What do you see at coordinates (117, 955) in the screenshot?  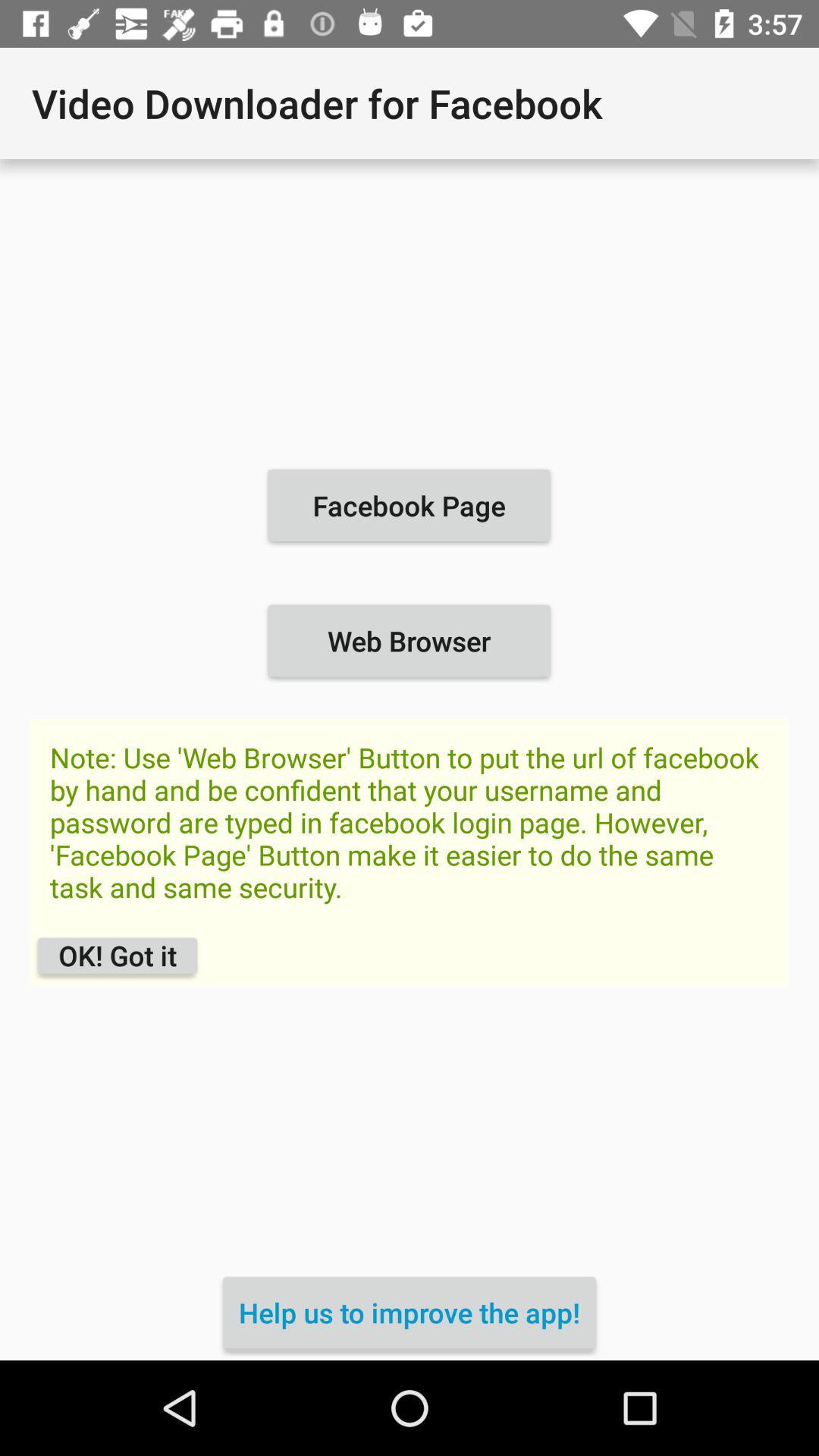 I see `the ok! got it` at bounding box center [117, 955].